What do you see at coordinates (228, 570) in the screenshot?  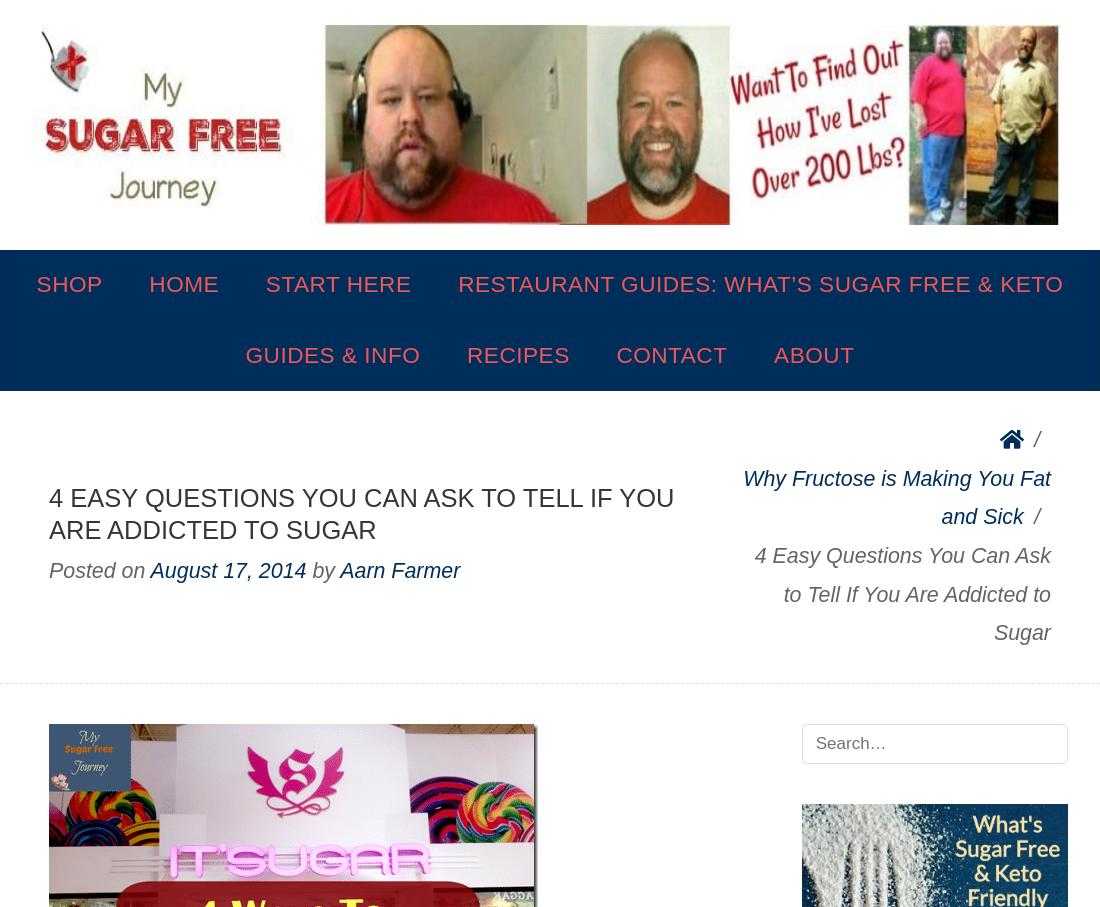 I see `'August 17, 2014'` at bounding box center [228, 570].